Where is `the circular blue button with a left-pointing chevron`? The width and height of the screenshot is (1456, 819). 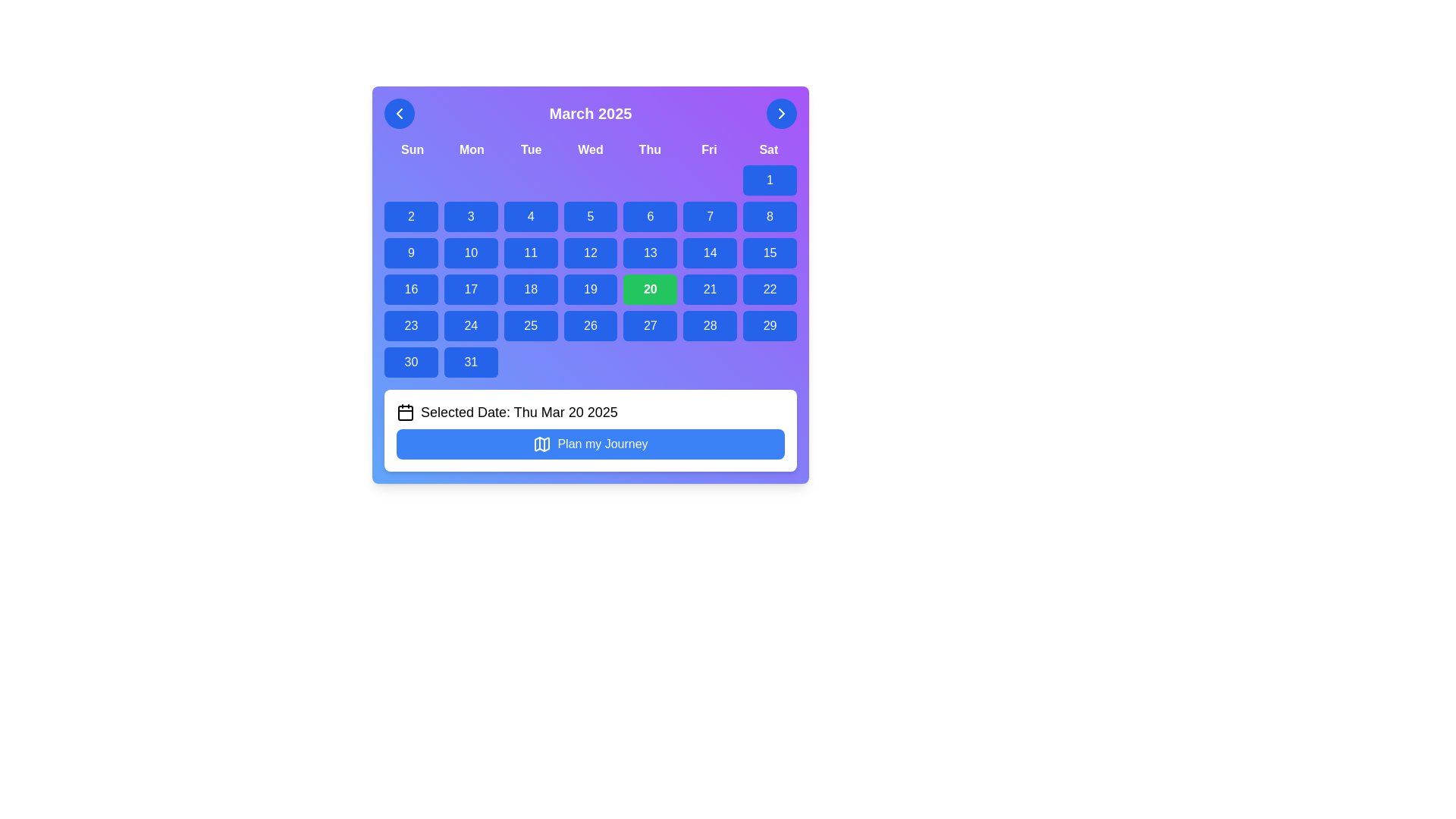 the circular blue button with a left-pointing chevron is located at coordinates (400, 113).